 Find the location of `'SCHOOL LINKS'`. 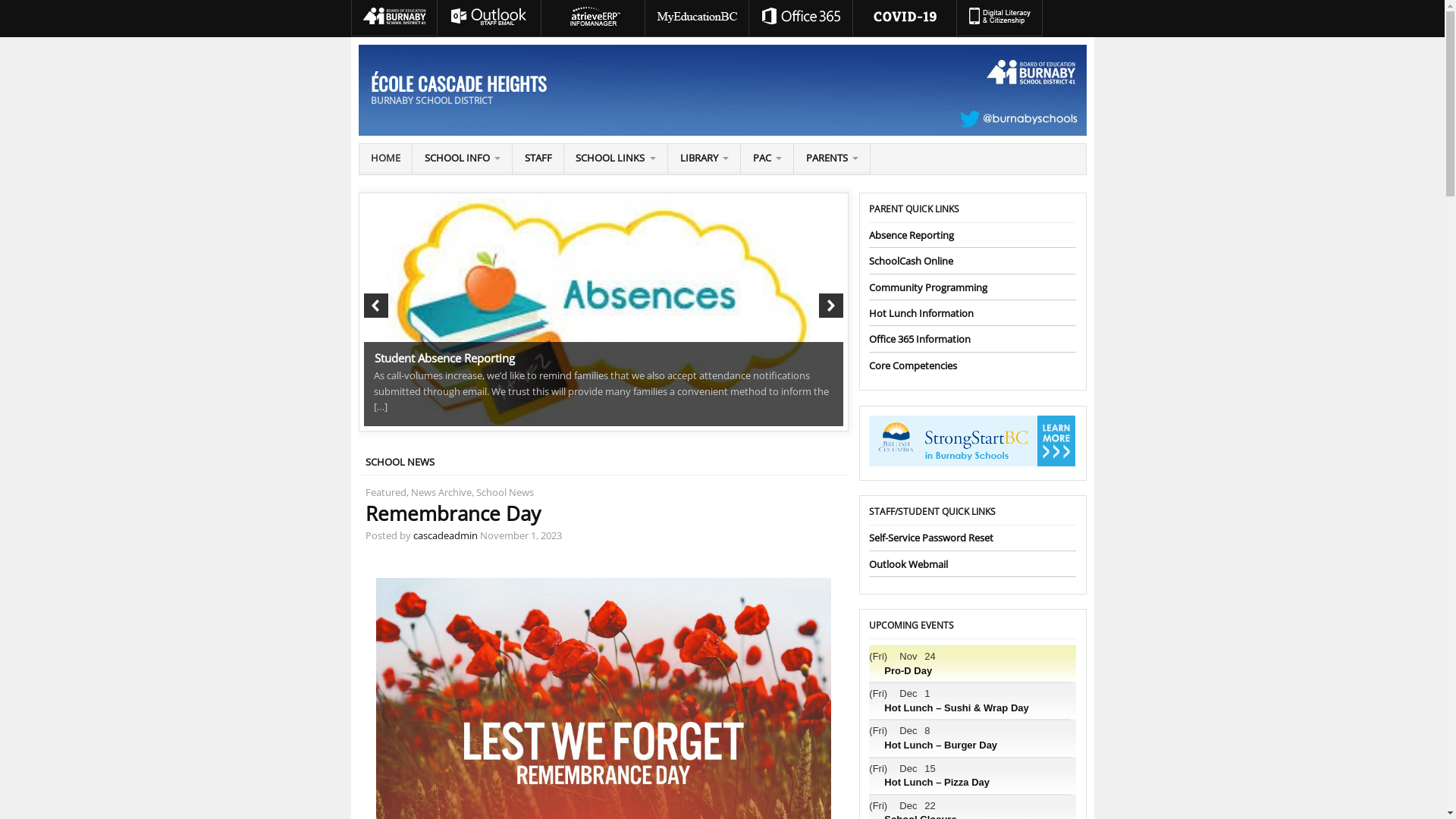

'SCHOOL LINKS' is located at coordinates (615, 158).